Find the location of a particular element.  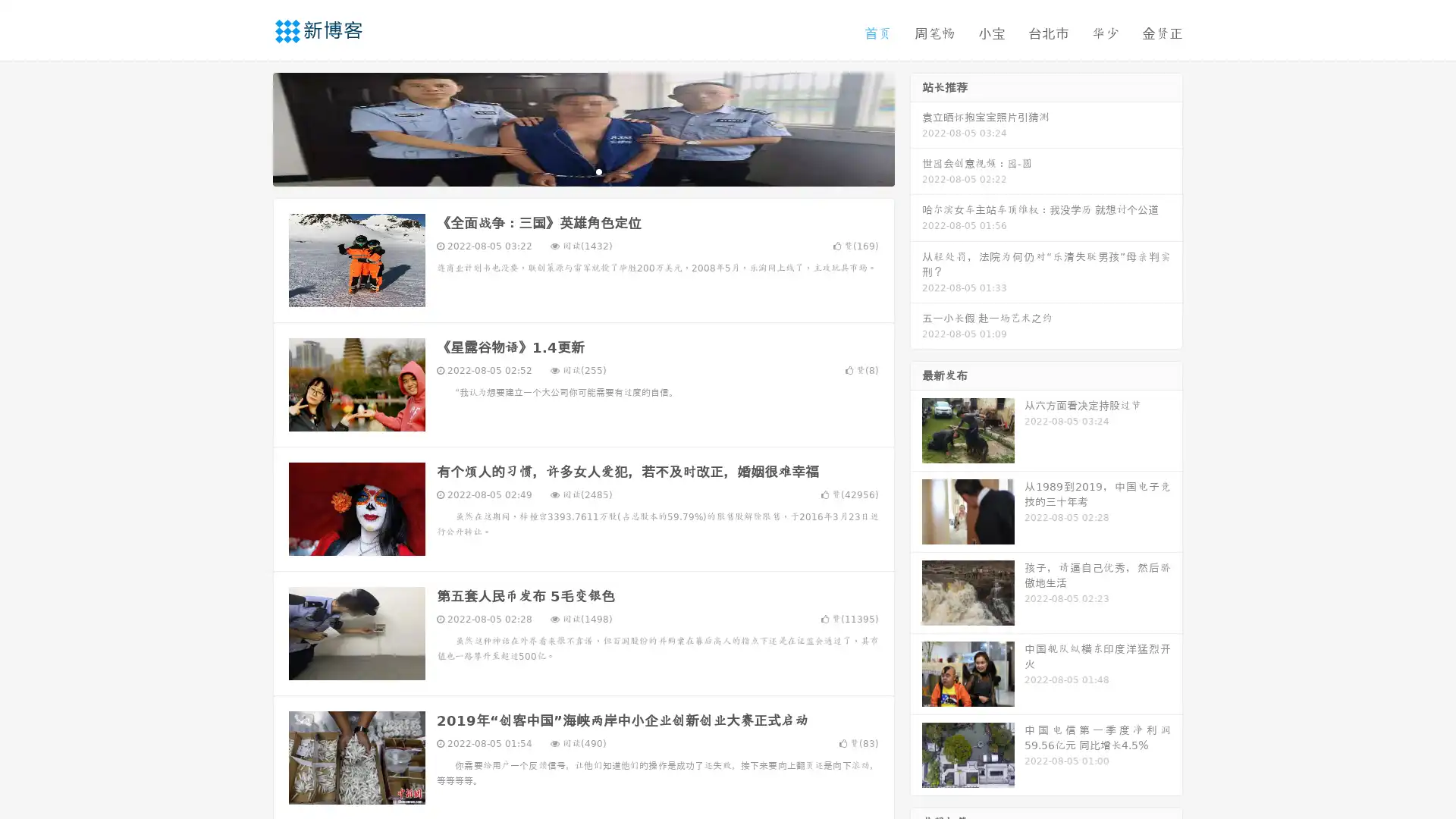

Go to slide 1 is located at coordinates (567, 171).